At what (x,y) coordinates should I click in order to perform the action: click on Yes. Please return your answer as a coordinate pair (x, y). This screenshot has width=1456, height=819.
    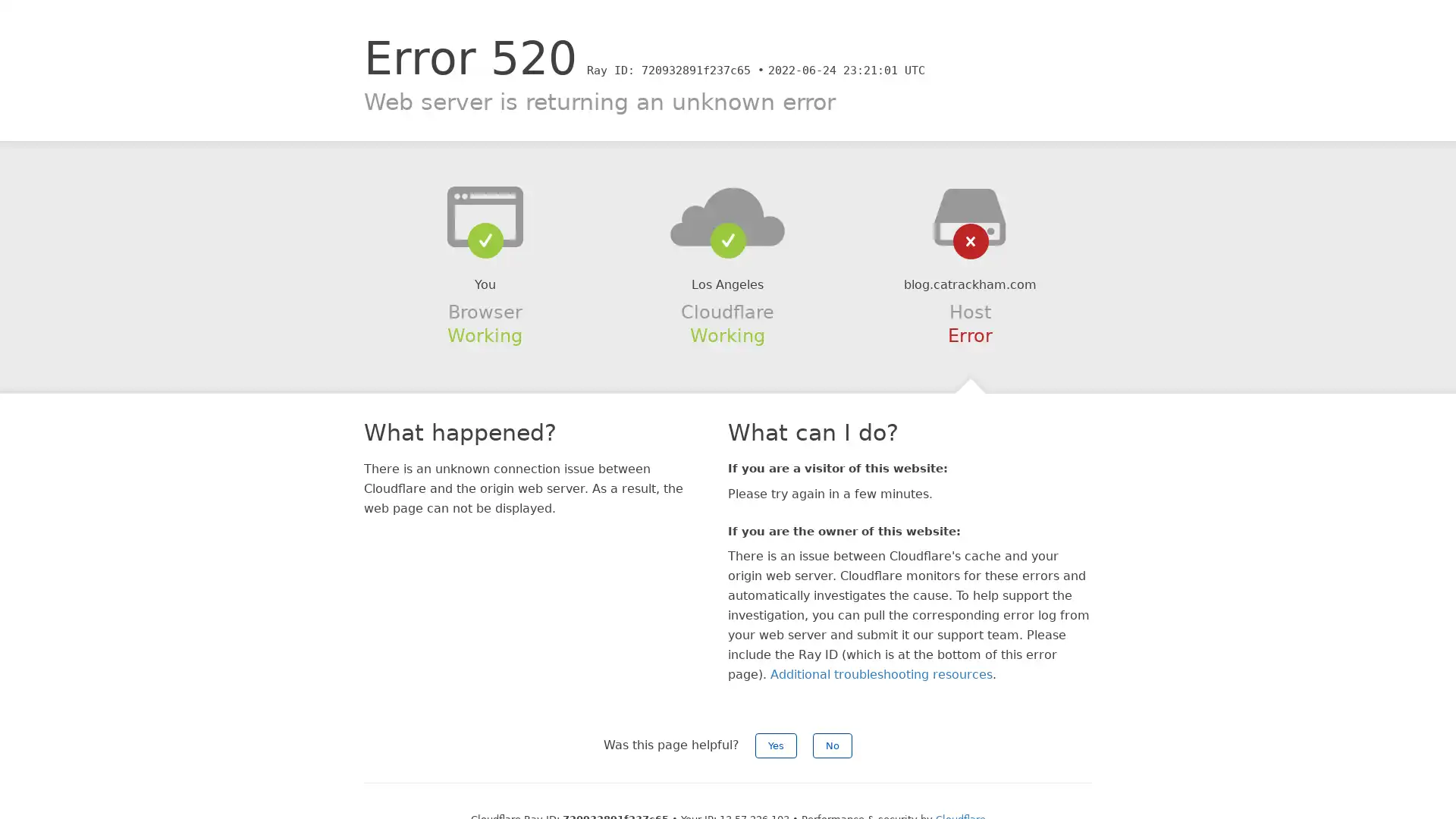
    Looking at the image, I should click on (776, 745).